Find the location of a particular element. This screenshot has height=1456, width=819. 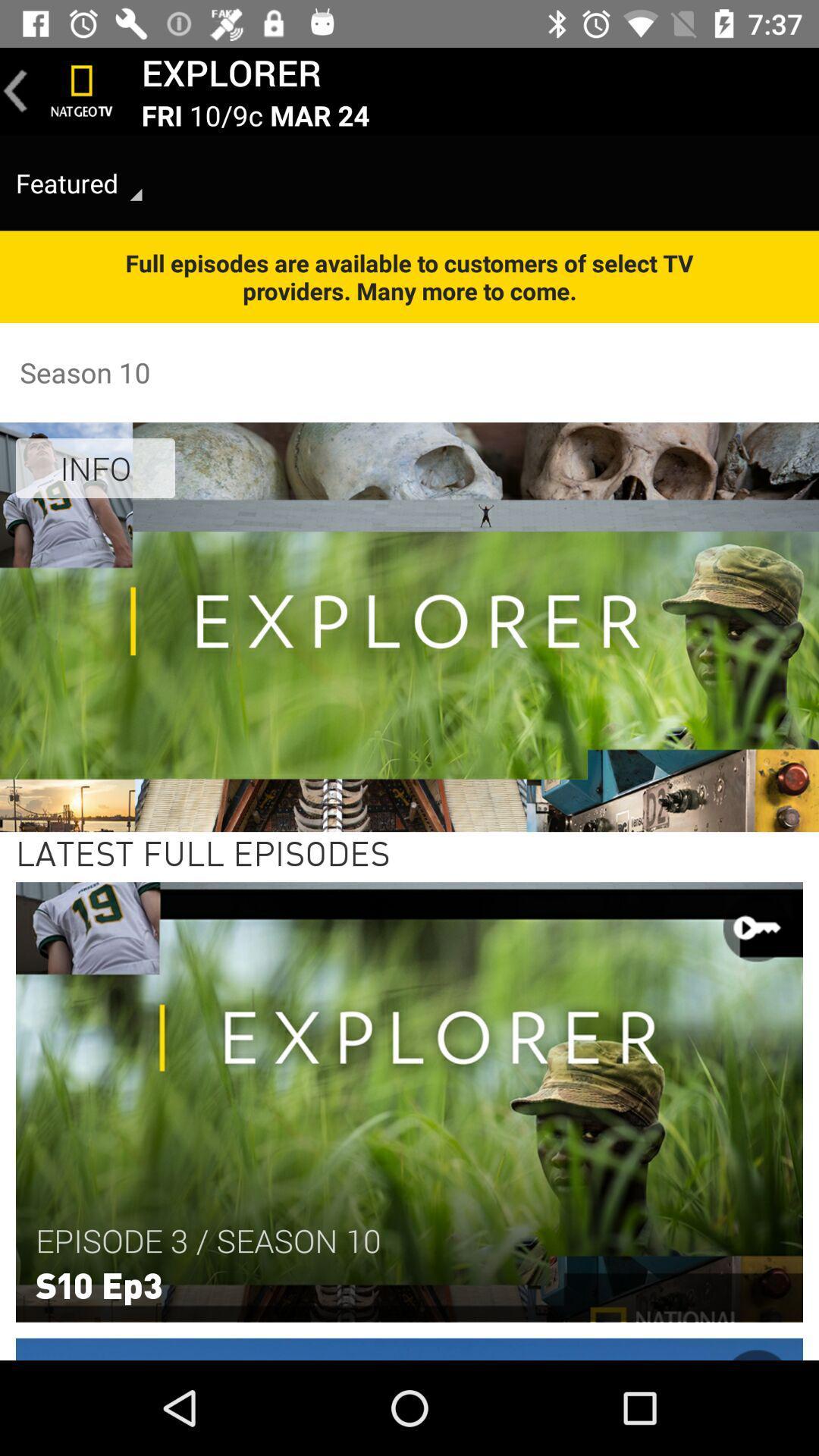

item above featured item is located at coordinates (15, 90).